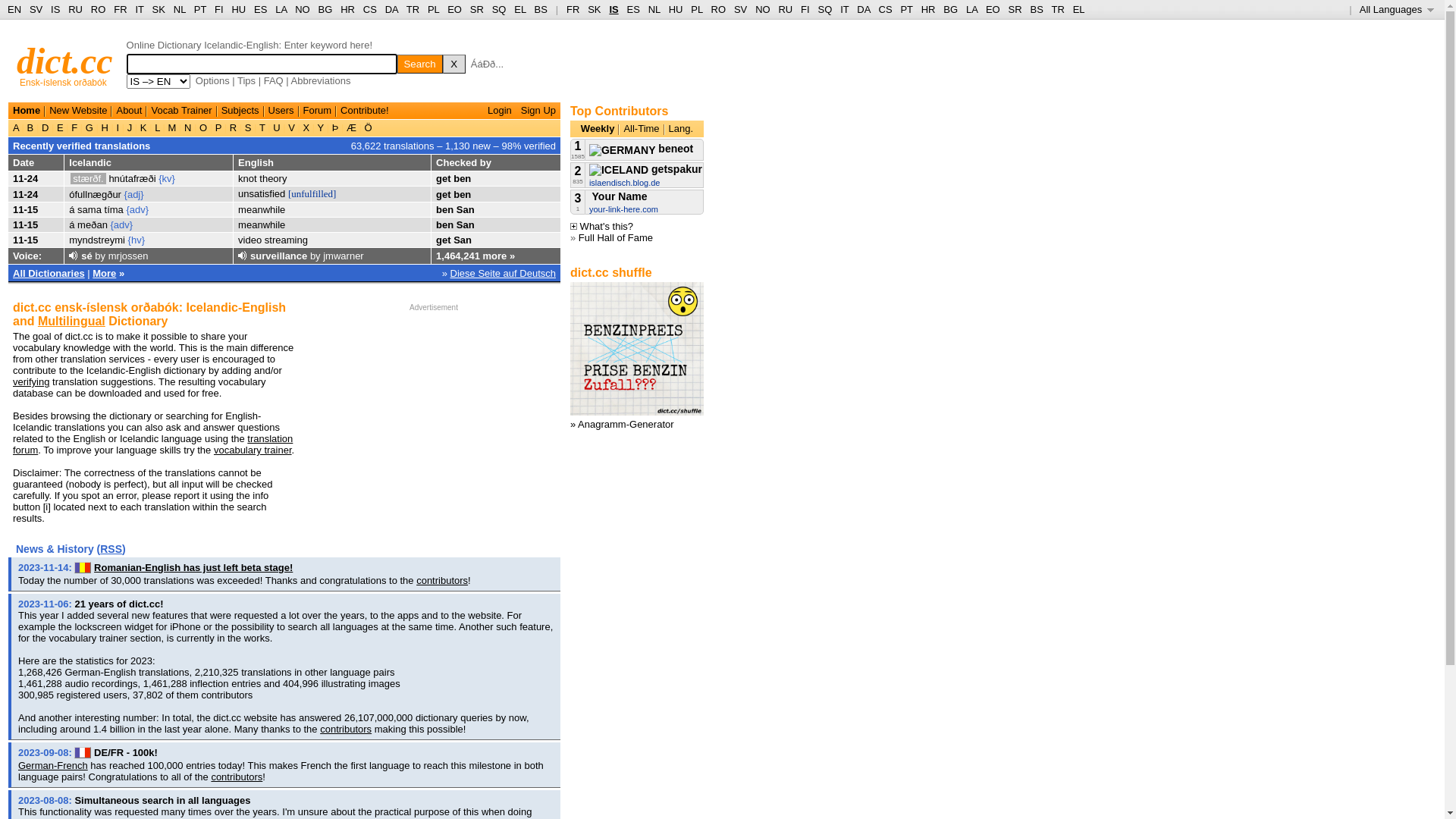 The height and width of the screenshot is (819, 1456). What do you see at coordinates (143, 127) in the screenshot?
I see `'K'` at bounding box center [143, 127].